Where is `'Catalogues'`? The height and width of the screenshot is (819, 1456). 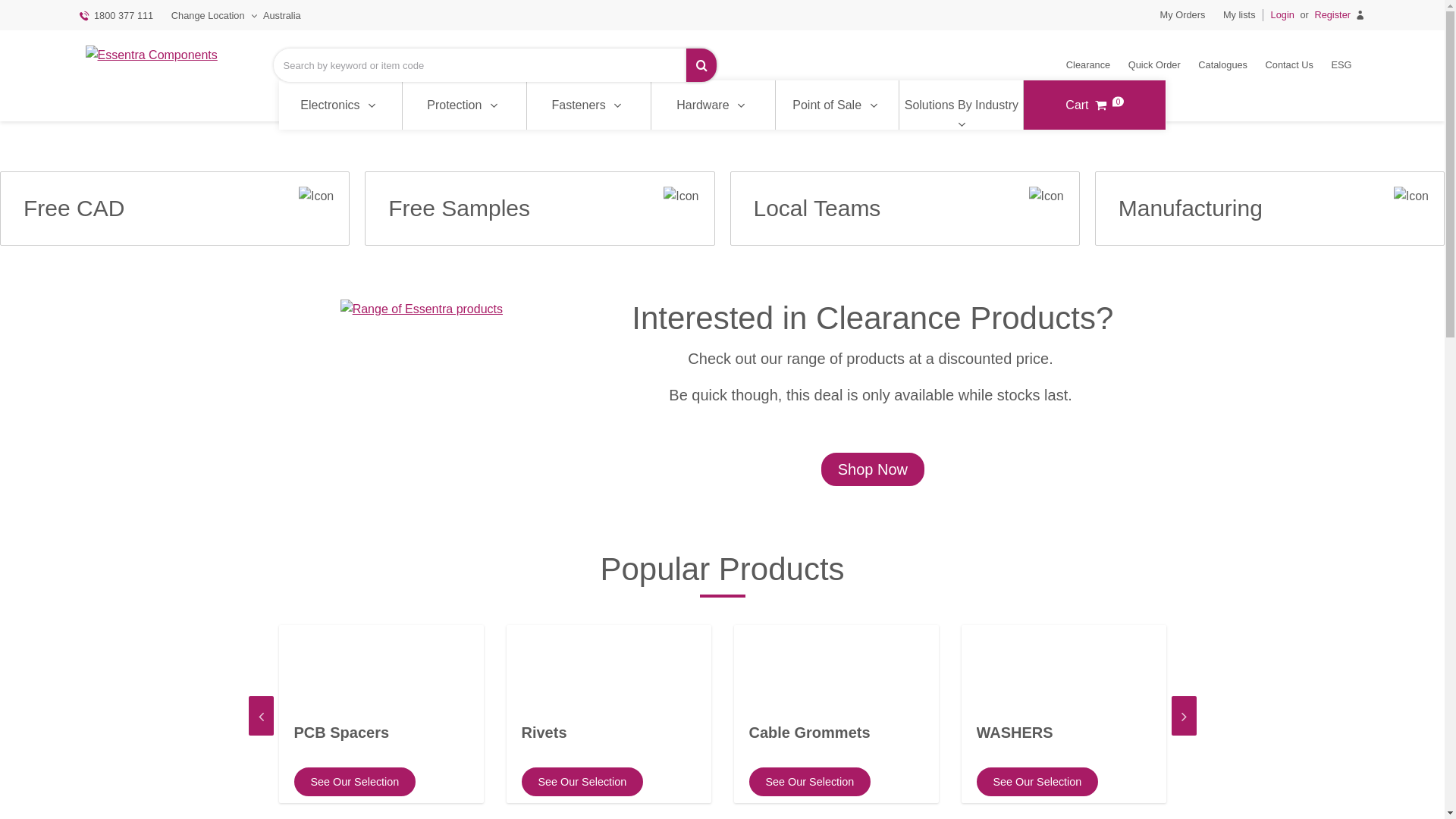
'Catalogues' is located at coordinates (1222, 64).